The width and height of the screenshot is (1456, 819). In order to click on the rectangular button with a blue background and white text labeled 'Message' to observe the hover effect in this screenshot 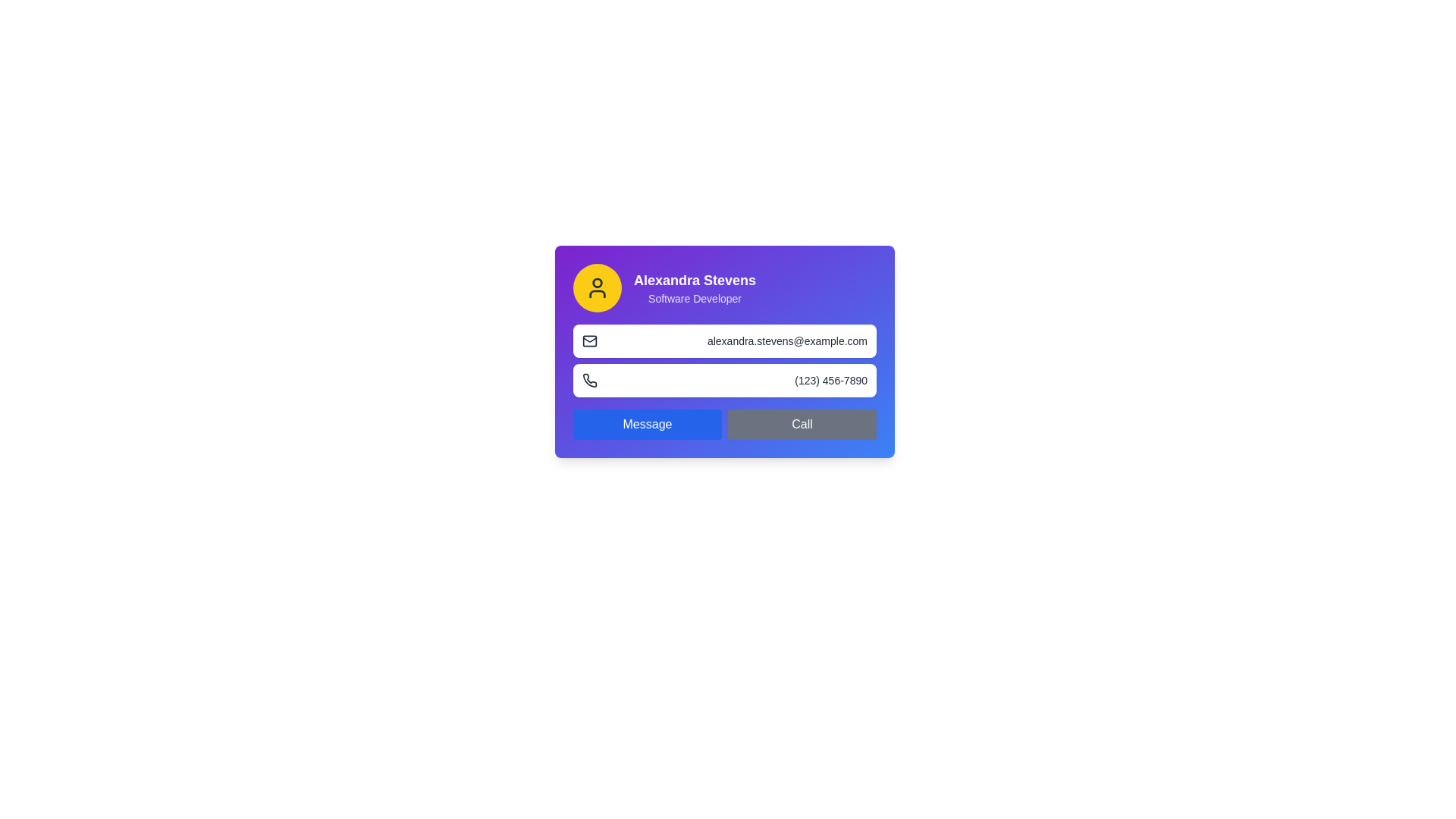, I will do `click(648, 424)`.